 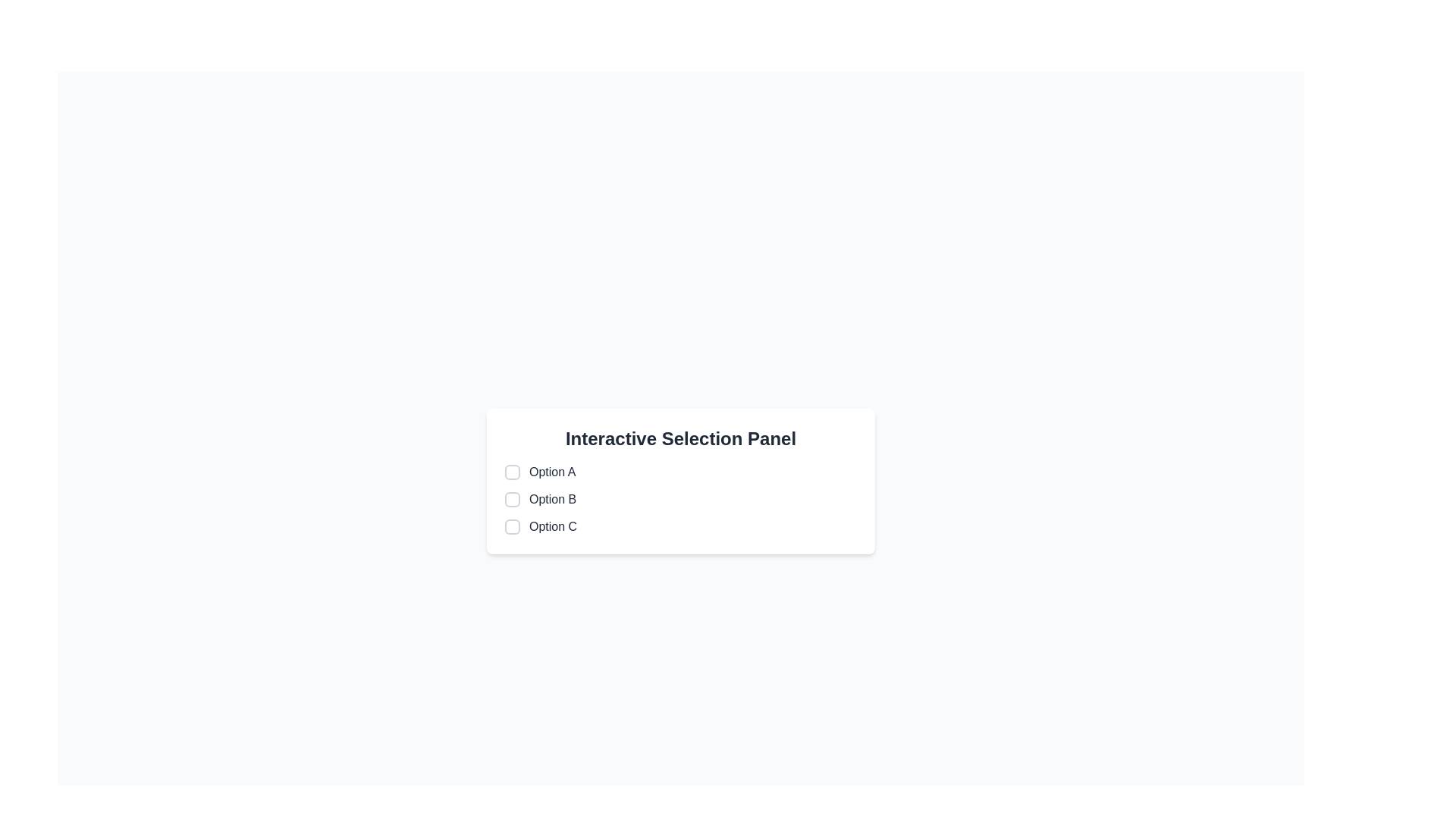 What do you see at coordinates (551, 472) in the screenshot?
I see `text label displaying 'Option A' located in the interactive selection panel, which is styled with a gray font color and is the first option in the list` at bounding box center [551, 472].